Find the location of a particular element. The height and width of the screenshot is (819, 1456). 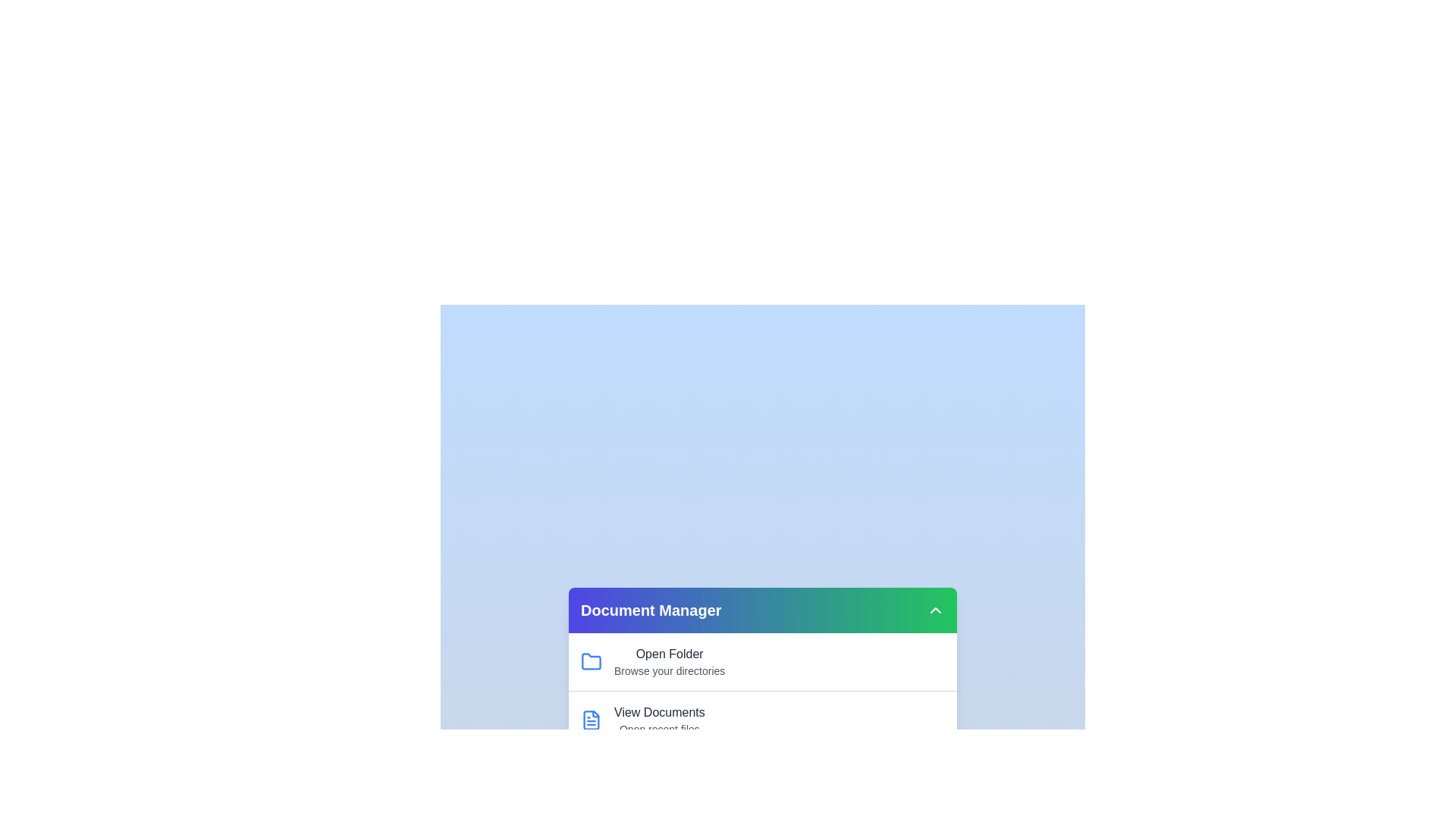

the menu item View Documents is located at coordinates (658, 713).